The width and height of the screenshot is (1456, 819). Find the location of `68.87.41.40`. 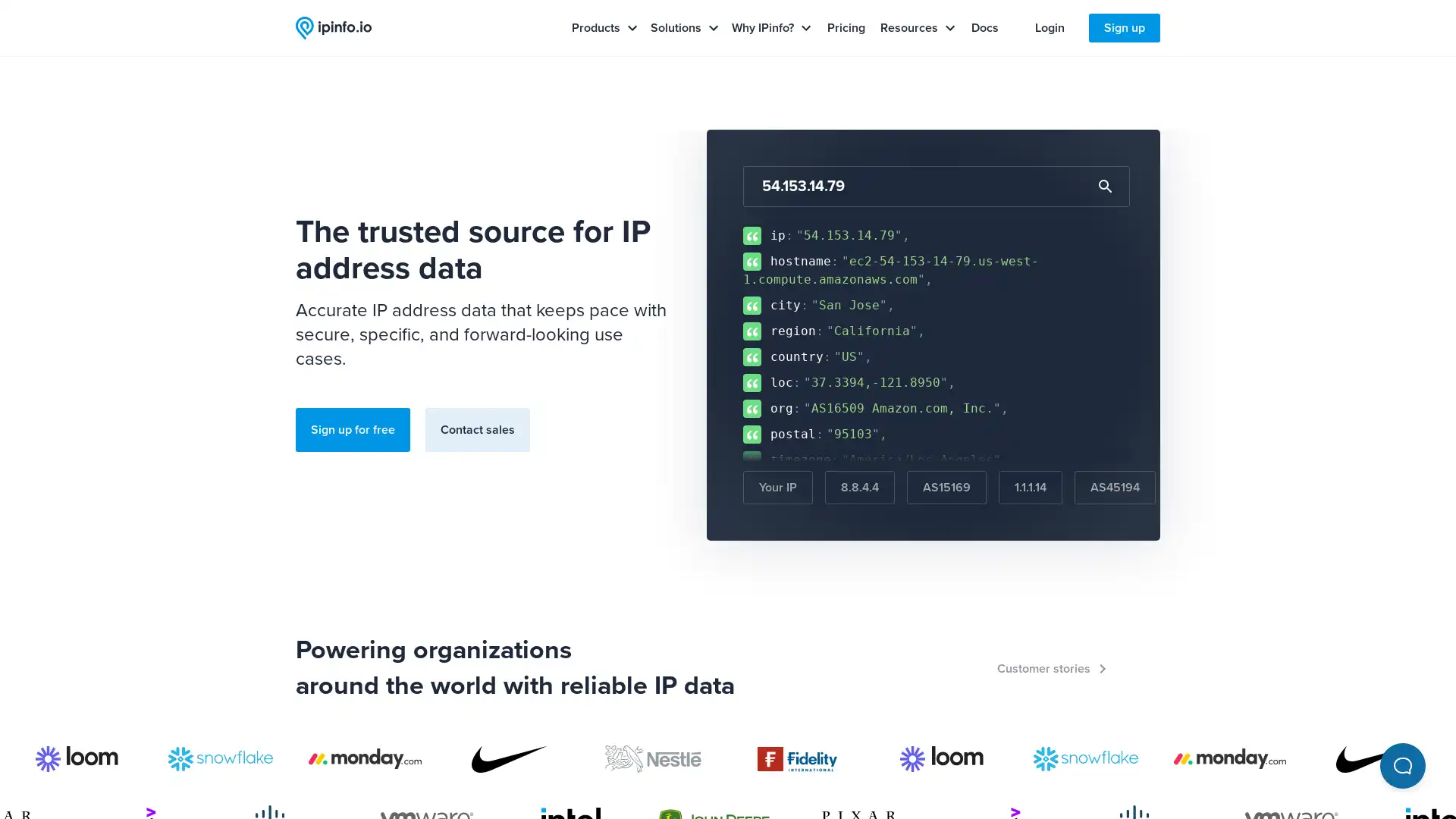

68.87.41.40 is located at coordinates (1215, 488).